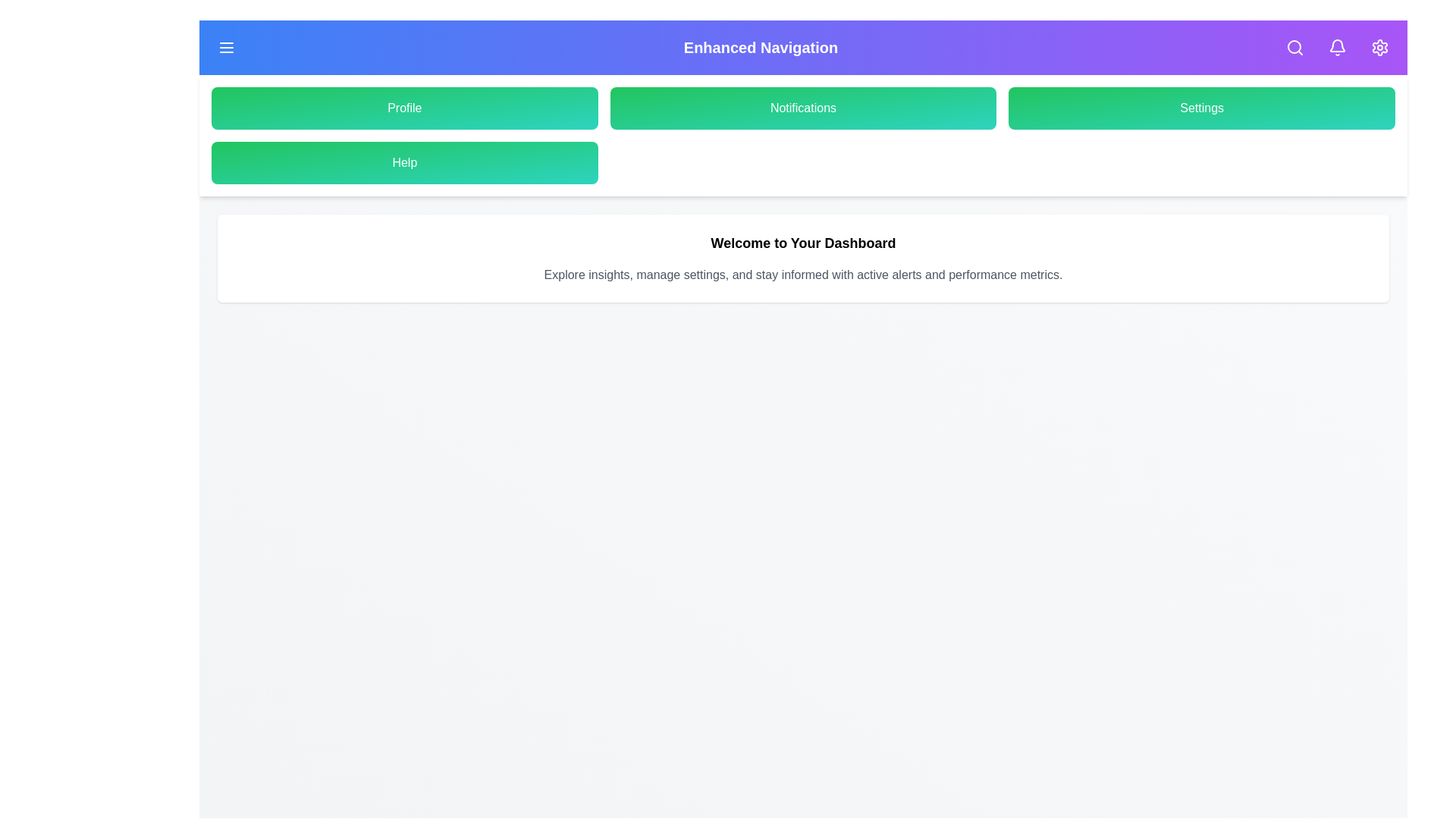 The width and height of the screenshot is (1456, 819). I want to click on the 'Notifications' button in the menu, so click(802, 107).